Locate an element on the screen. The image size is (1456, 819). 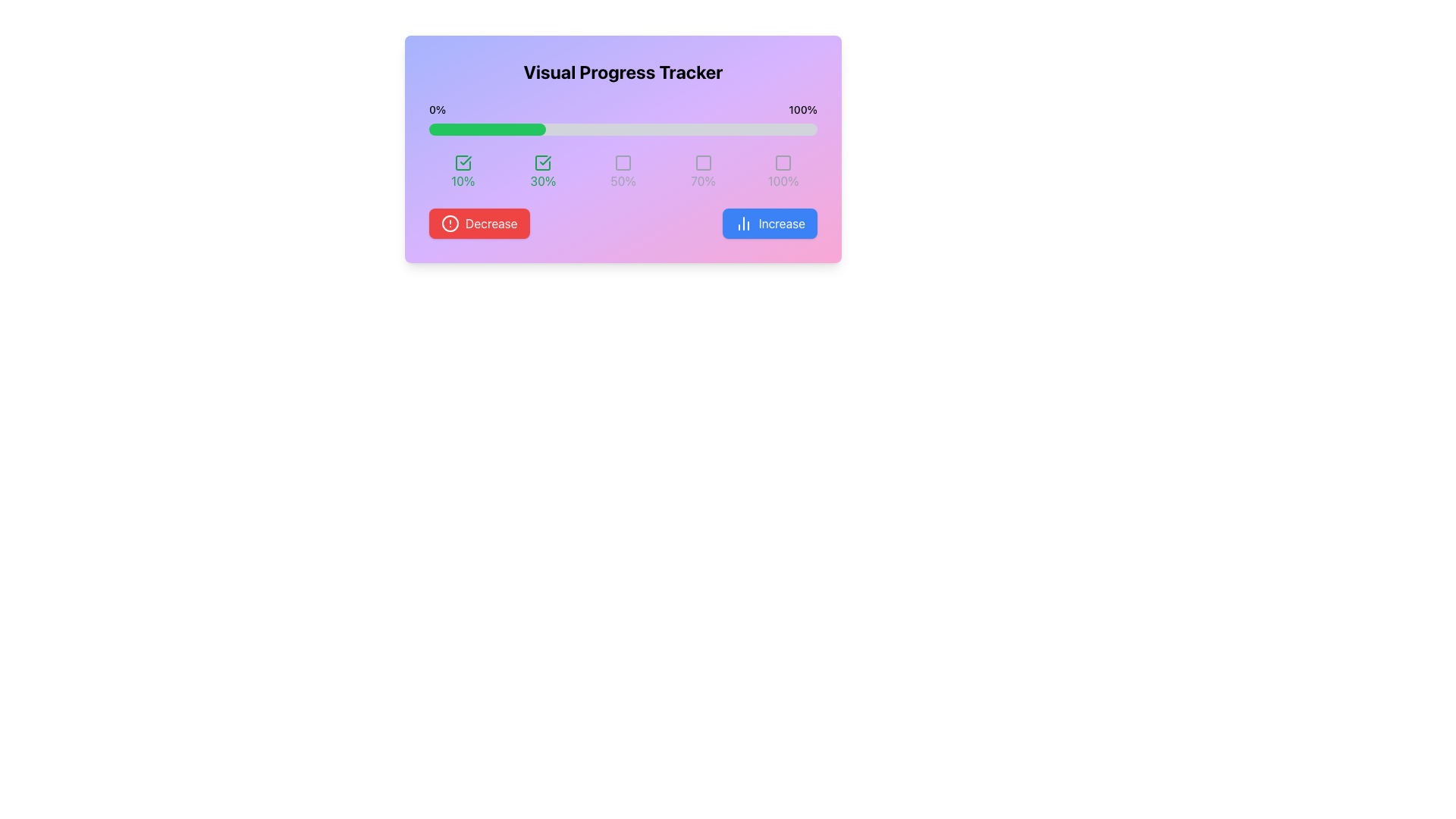
the Label with Icon that indicates 100% completion of the progress tracker, located at the far right of a horizontal grid of percentage indicators is located at coordinates (783, 171).